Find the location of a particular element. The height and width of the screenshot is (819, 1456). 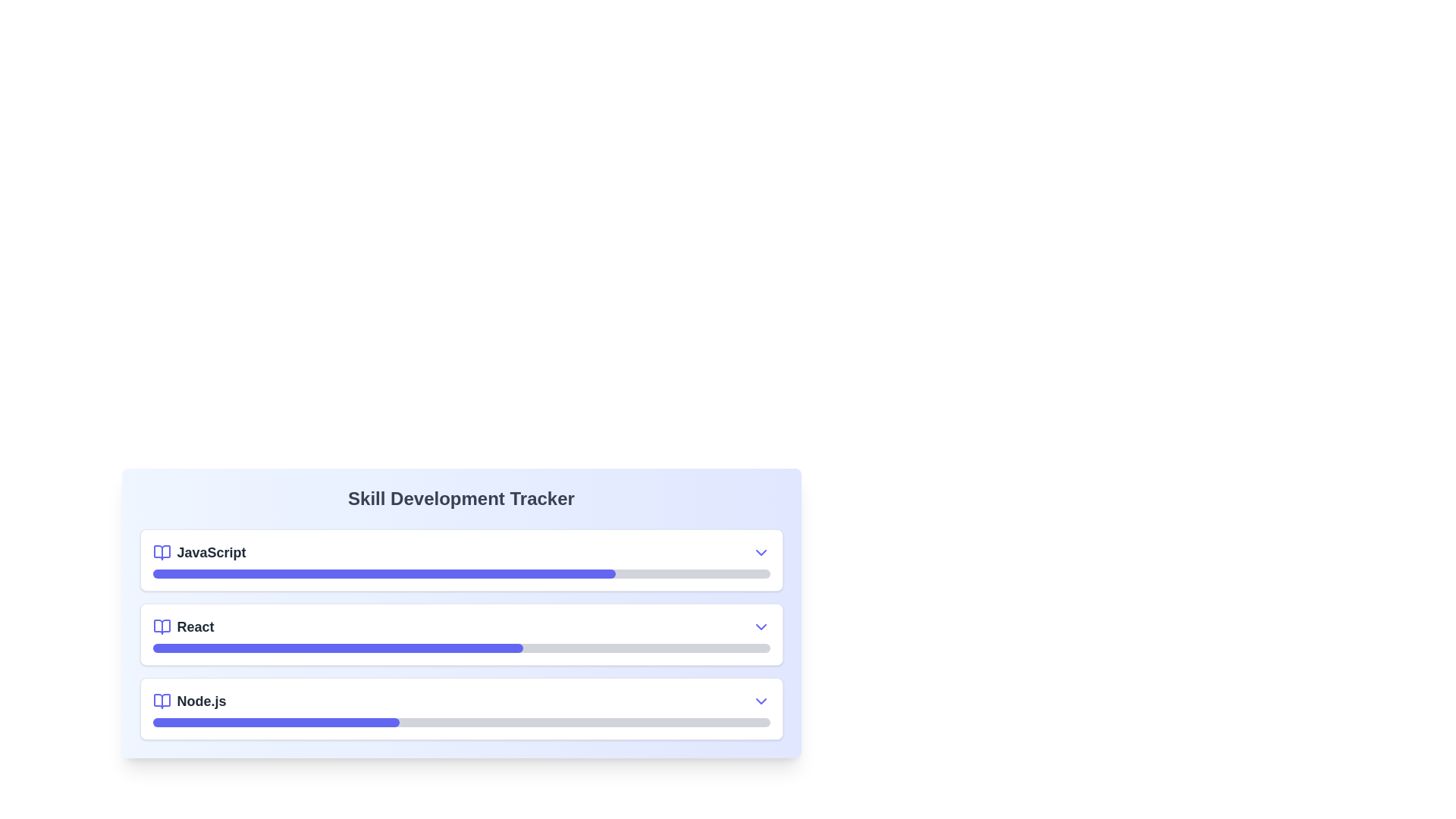

the progress bar indicating the completion of the 'React' skill located between the 'JavaScript' and 'Node.js' progress bars is located at coordinates (460, 648).